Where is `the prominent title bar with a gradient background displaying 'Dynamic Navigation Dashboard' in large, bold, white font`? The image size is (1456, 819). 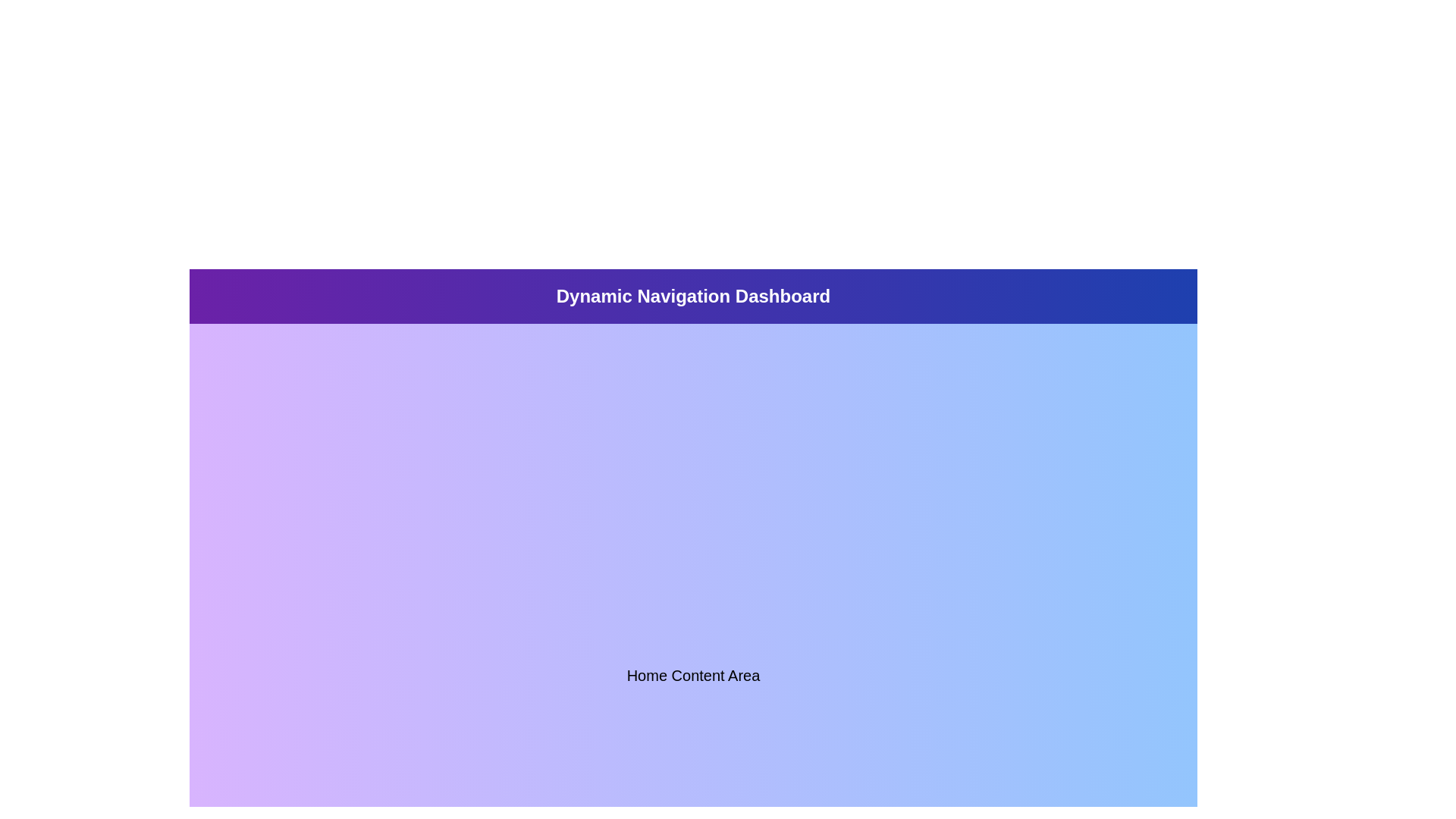
the prominent title bar with a gradient background displaying 'Dynamic Navigation Dashboard' in large, bold, white font is located at coordinates (692, 296).